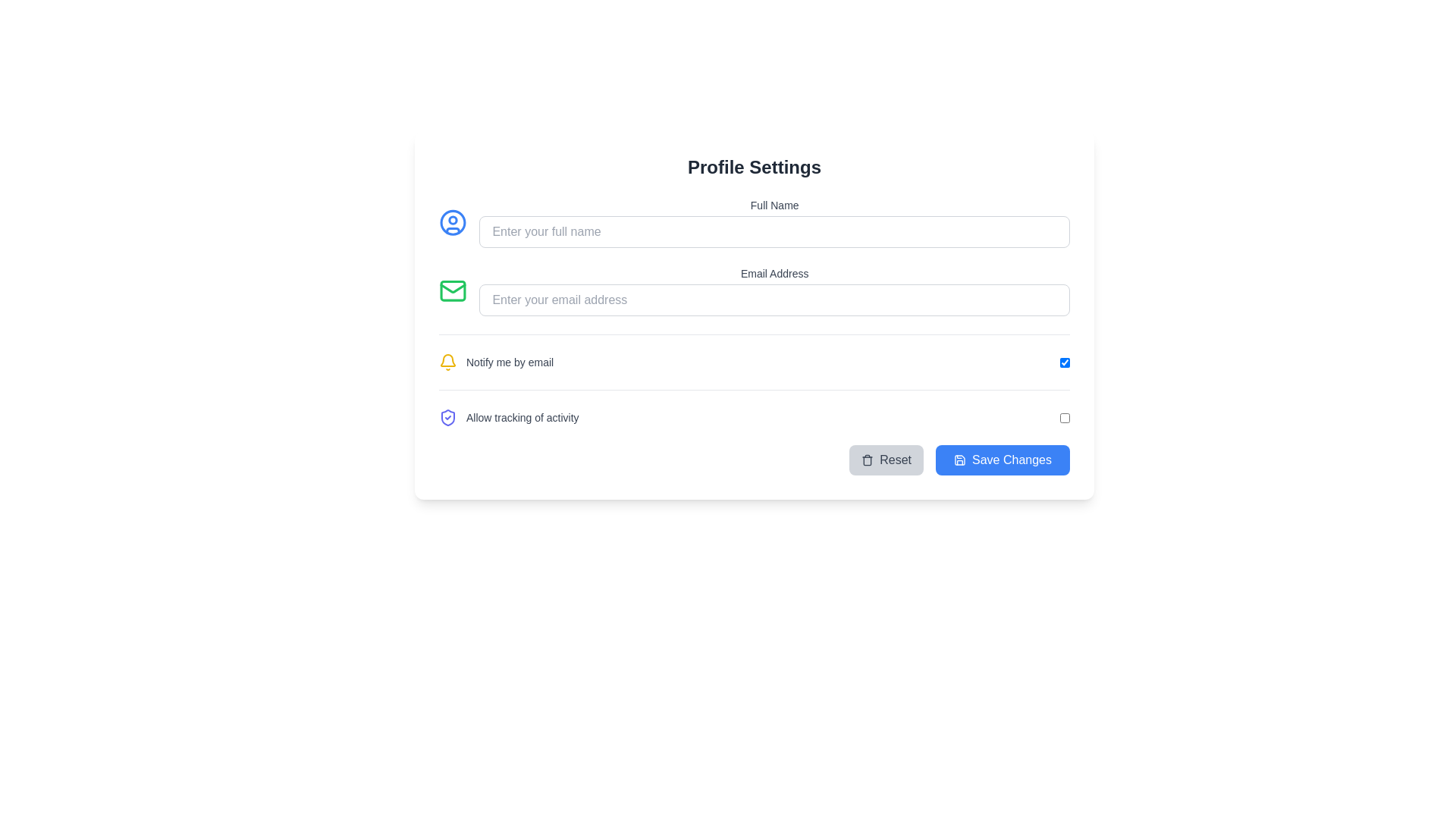  What do you see at coordinates (509, 418) in the screenshot?
I see `the label that displays 'Allow tracking of activity' with an indigo shield icon, located below the 'Notify me by email' option` at bounding box center [509, 418].